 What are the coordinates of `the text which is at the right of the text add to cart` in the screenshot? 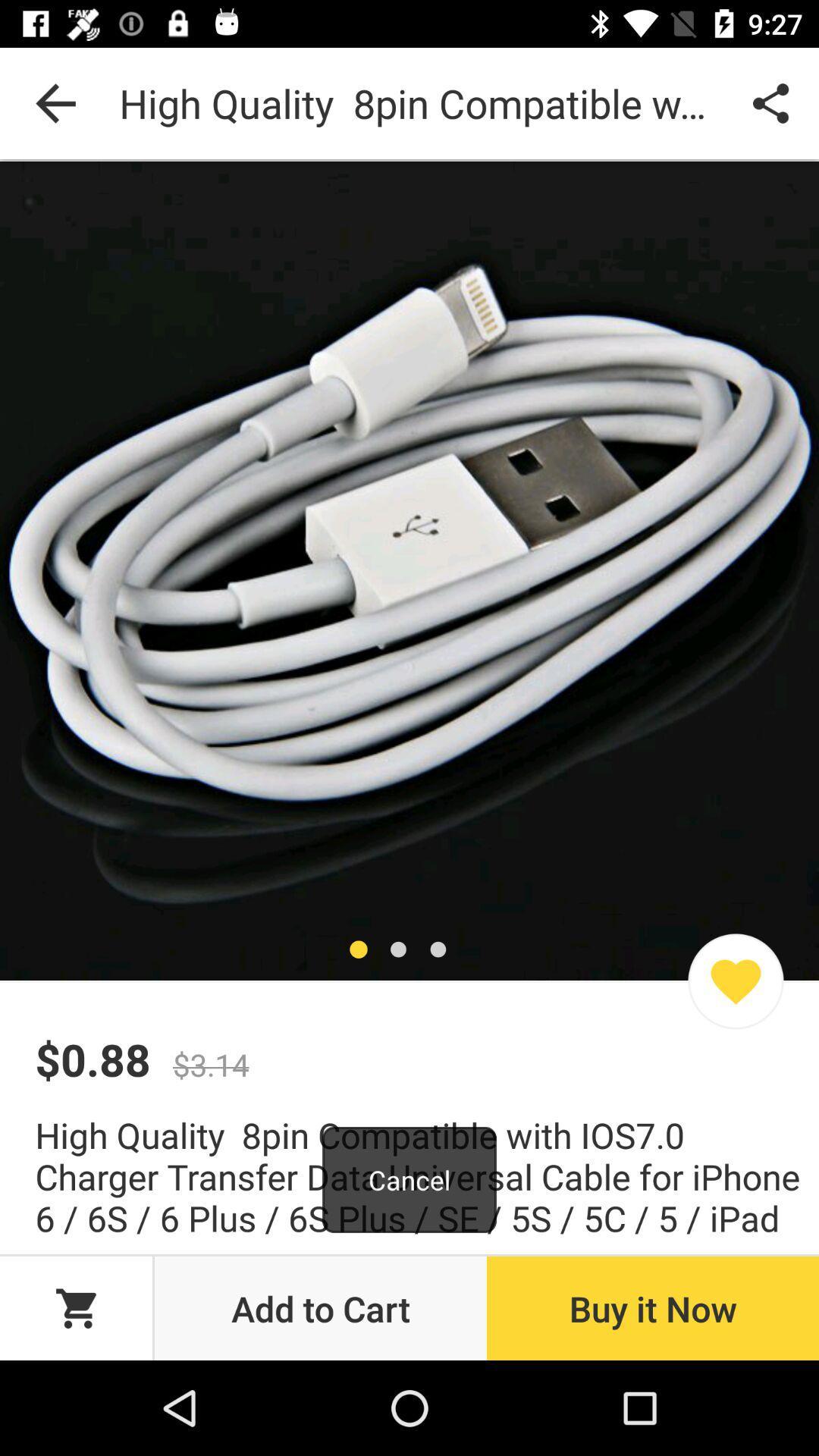 It's located at (651, 1307).